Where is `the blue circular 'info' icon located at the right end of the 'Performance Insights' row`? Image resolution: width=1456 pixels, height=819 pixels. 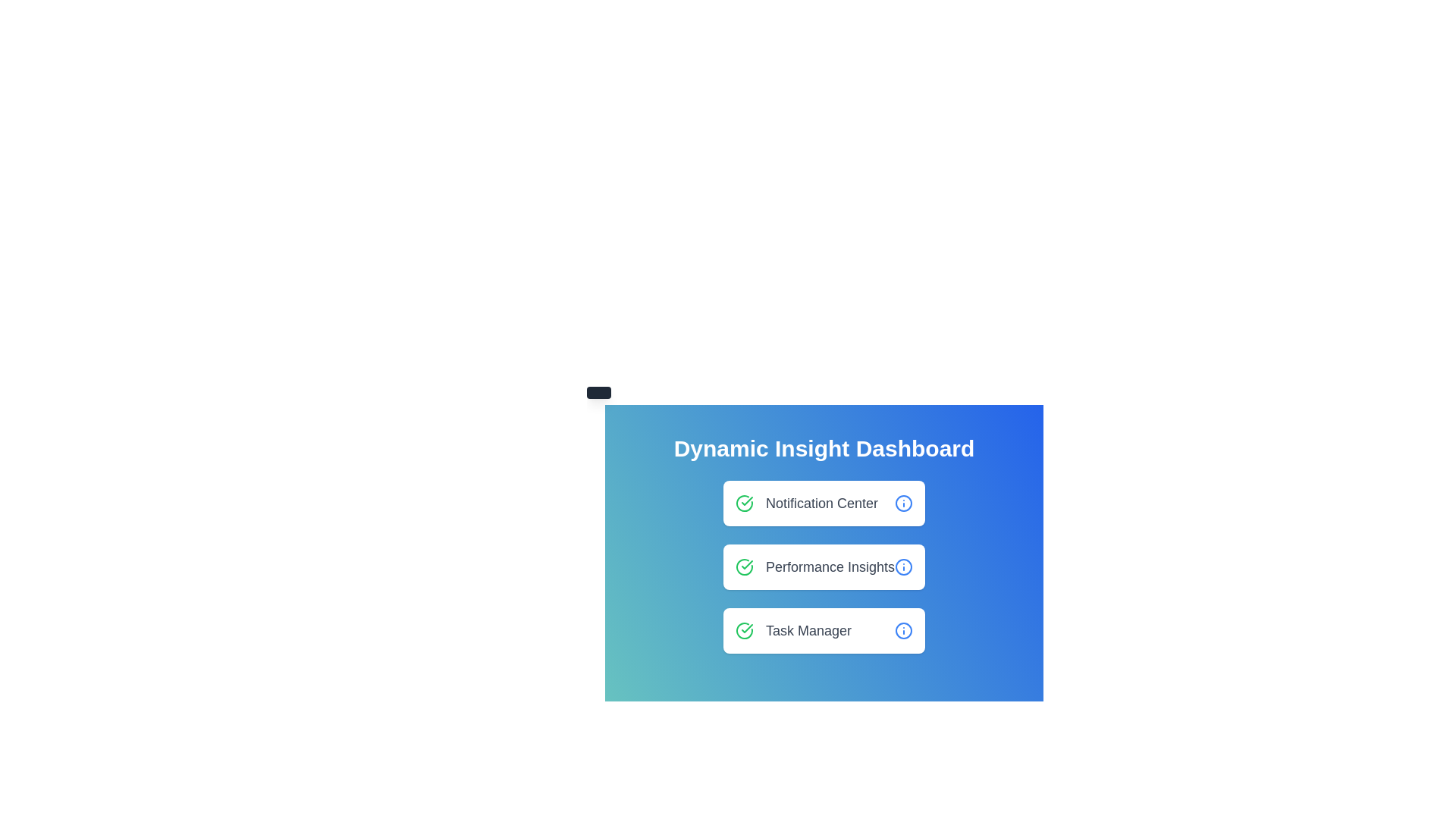
the blue circular 'info' icon located at the right end of the 'Performance Insights' row is located at coordinates (903, 567).